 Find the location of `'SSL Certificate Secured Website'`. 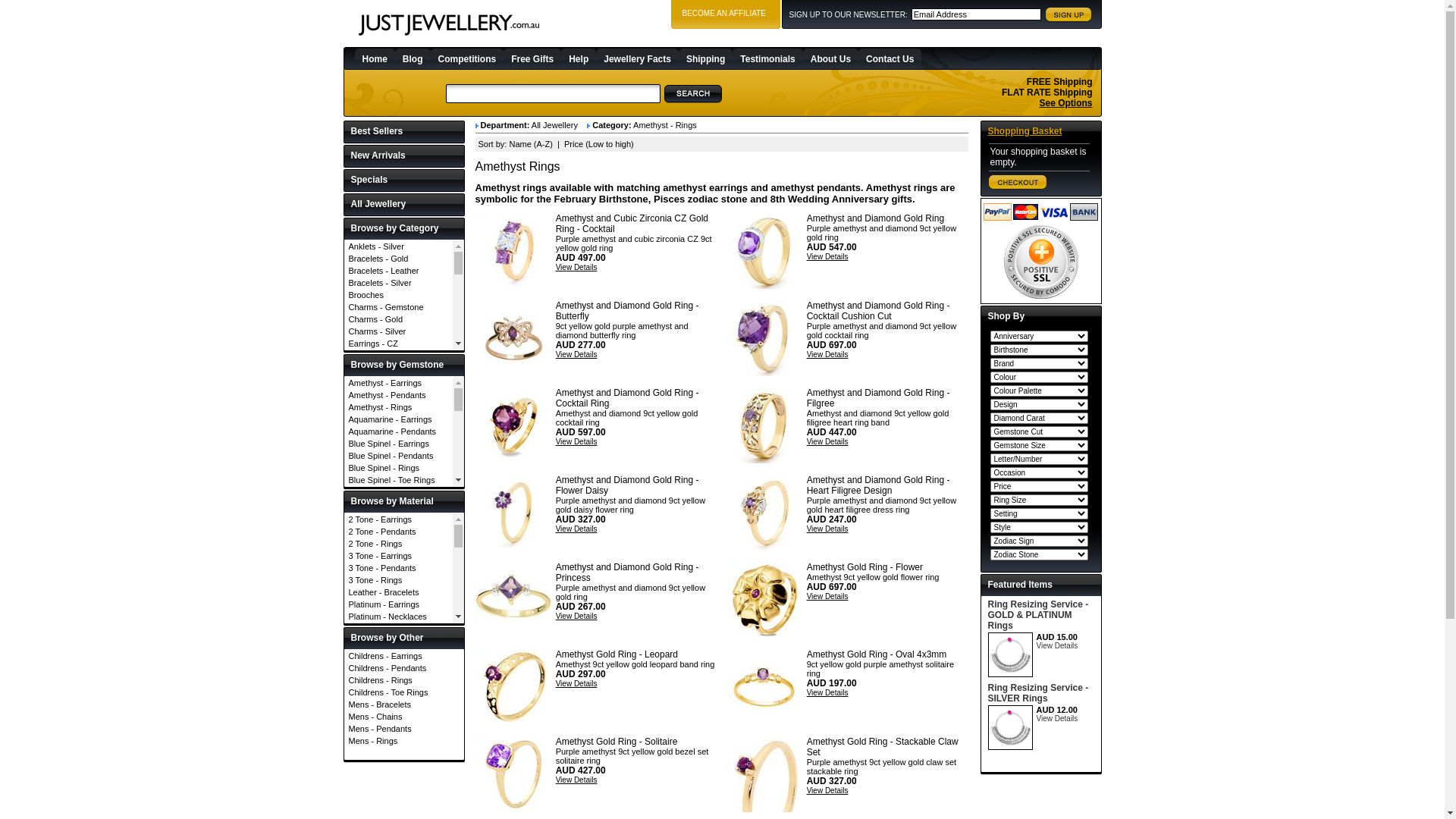

'SSL Certificate Secured Website' is located at coordinates (1040, 261).